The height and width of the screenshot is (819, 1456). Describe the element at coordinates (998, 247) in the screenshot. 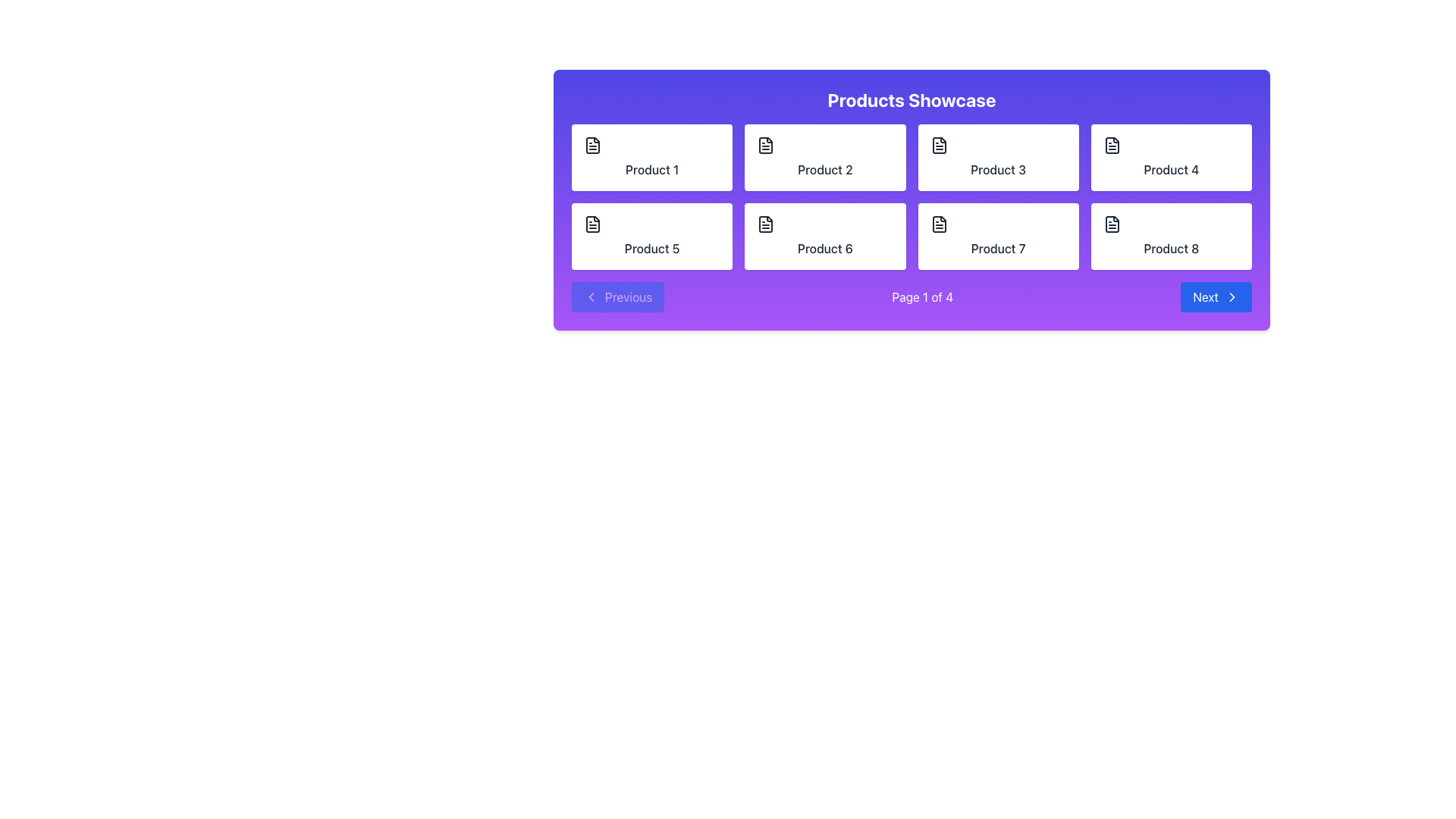

I see `text label 'Product 7' located in the seventh card of the product showcase, positioned in the second row and third column` at that location.